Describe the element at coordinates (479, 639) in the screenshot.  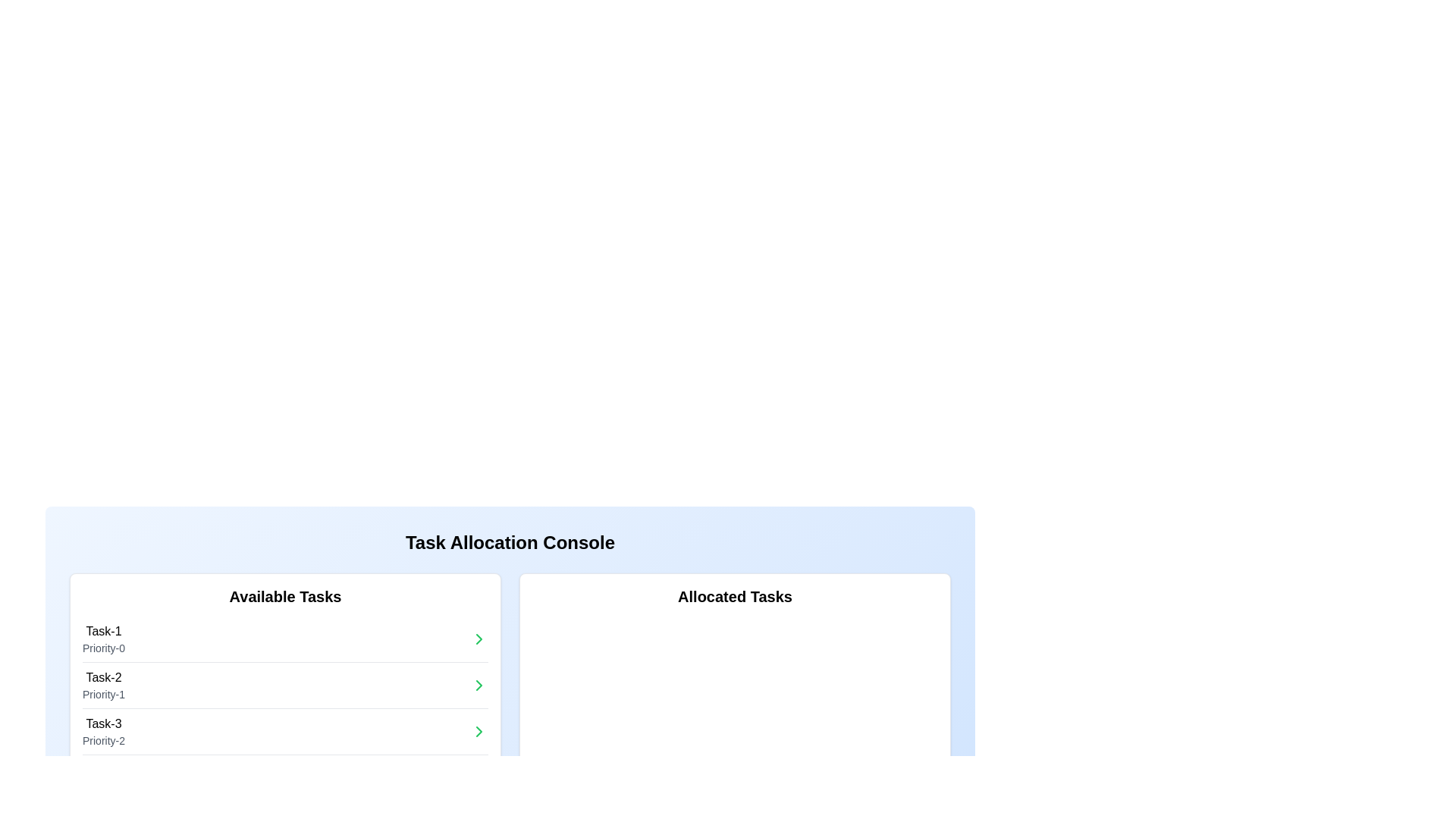
I see `the second Chevron Icon located to the right of the text 'Task-2 Priority-1' in the 'Available Tasks' panel` at that location.